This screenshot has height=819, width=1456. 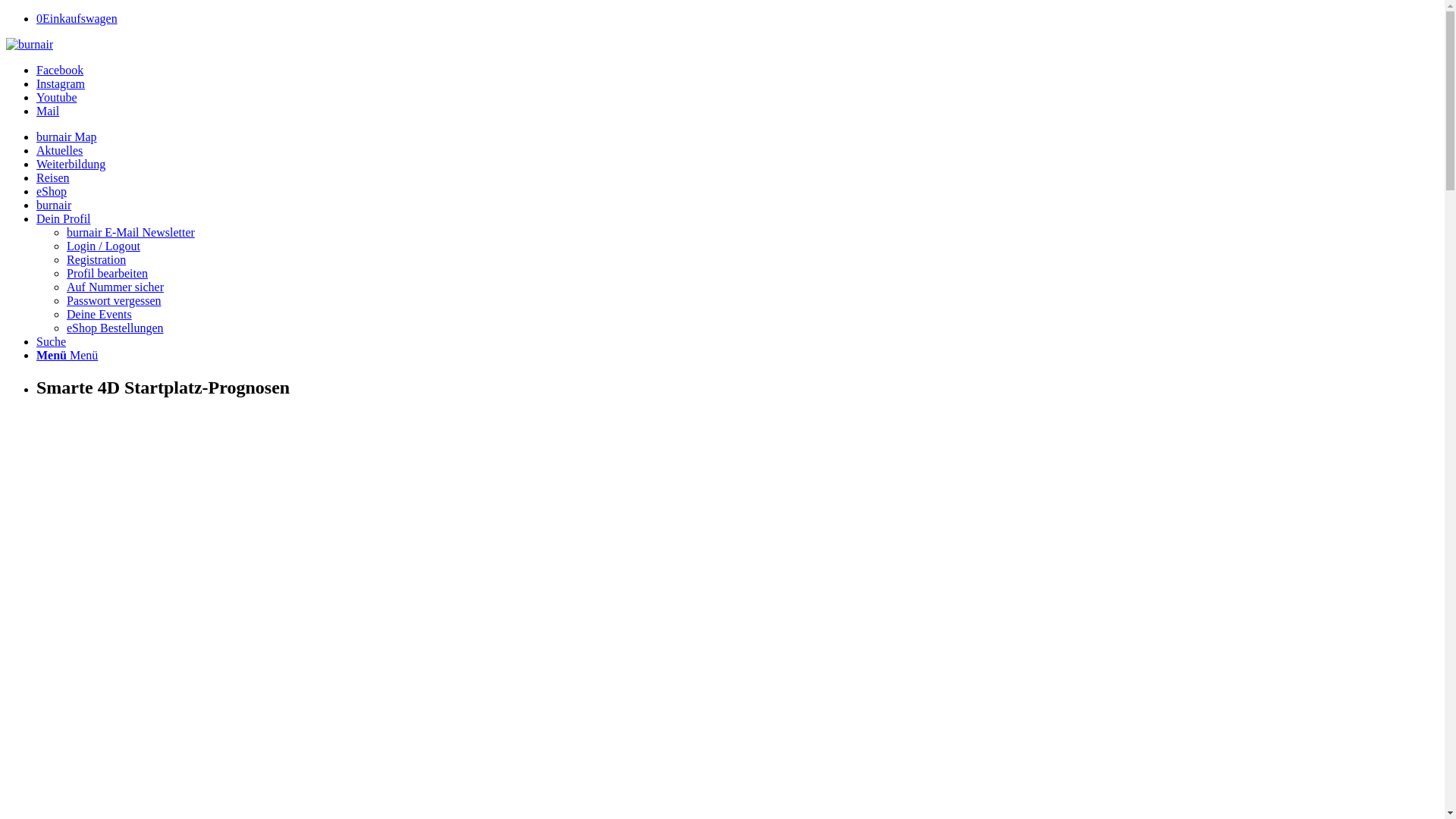 What do you see at coordinates (76, 18) in the screenshot?
I see `'0Einkaufswagen'` at bounding box center [76, 18].